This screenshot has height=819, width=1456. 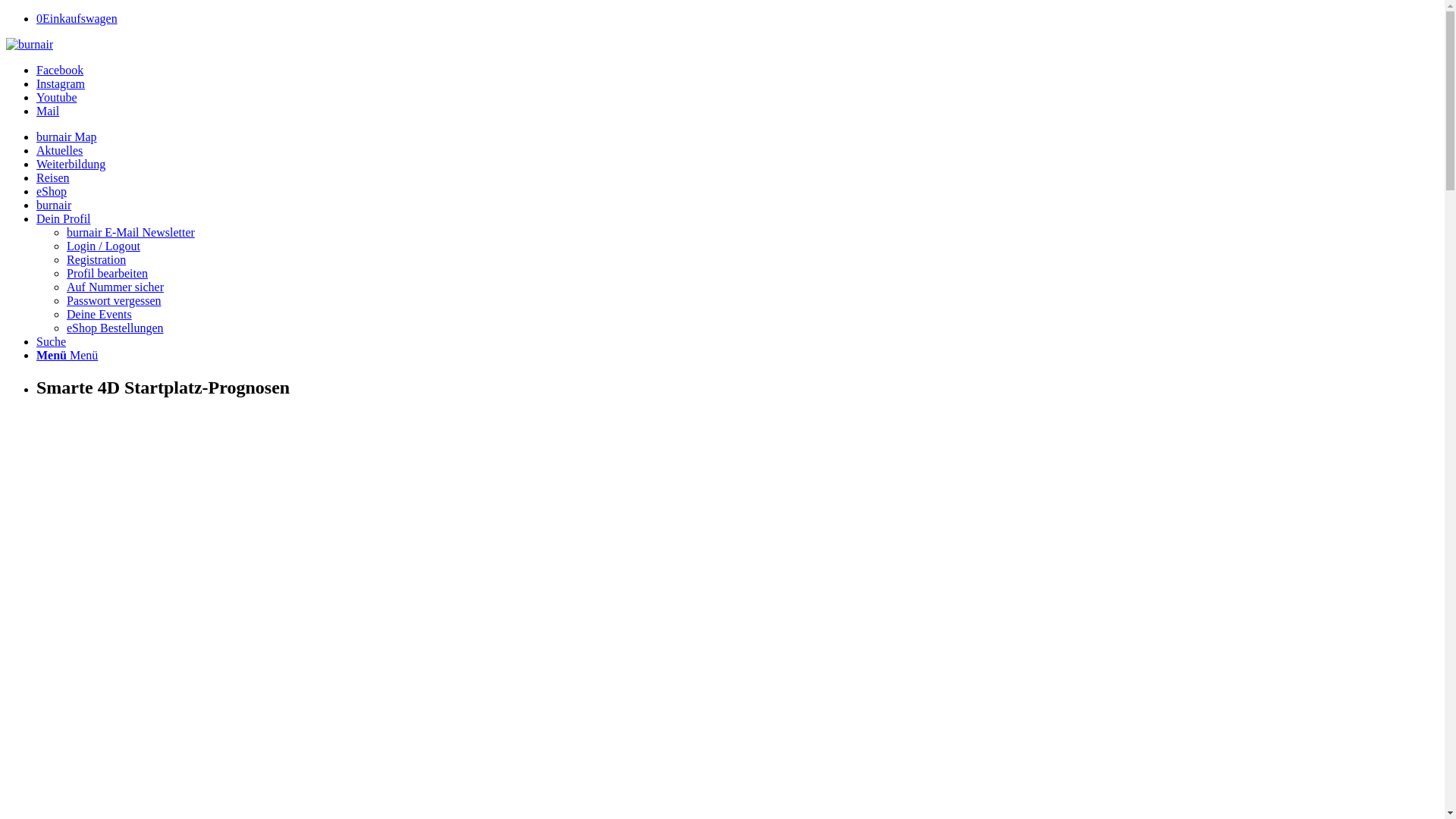 What do you see at coordinates (76, 18) in the screenshot?
I see `'0Einkaufswagen'` at bounding box center [76, 18].